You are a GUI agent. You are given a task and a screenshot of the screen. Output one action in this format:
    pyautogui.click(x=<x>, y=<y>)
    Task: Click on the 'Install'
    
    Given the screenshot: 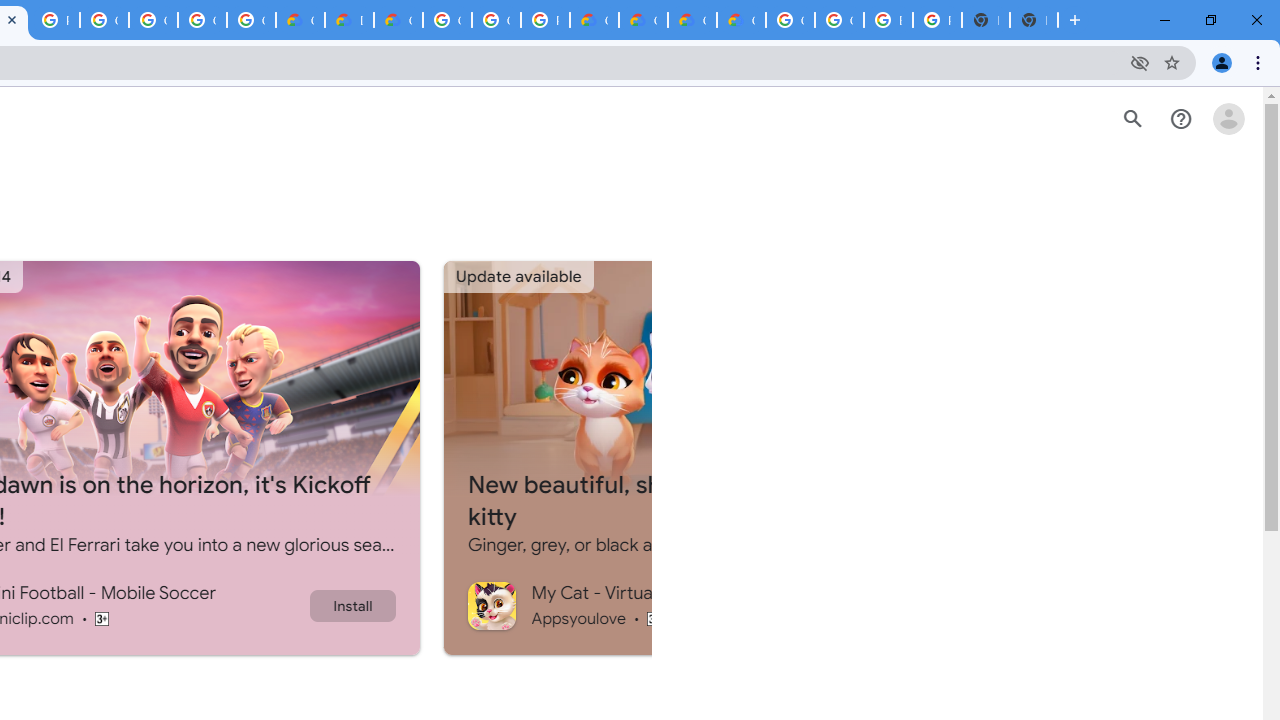 What is the action you would take?
    pyautogui.click(x=352, y=604)
    